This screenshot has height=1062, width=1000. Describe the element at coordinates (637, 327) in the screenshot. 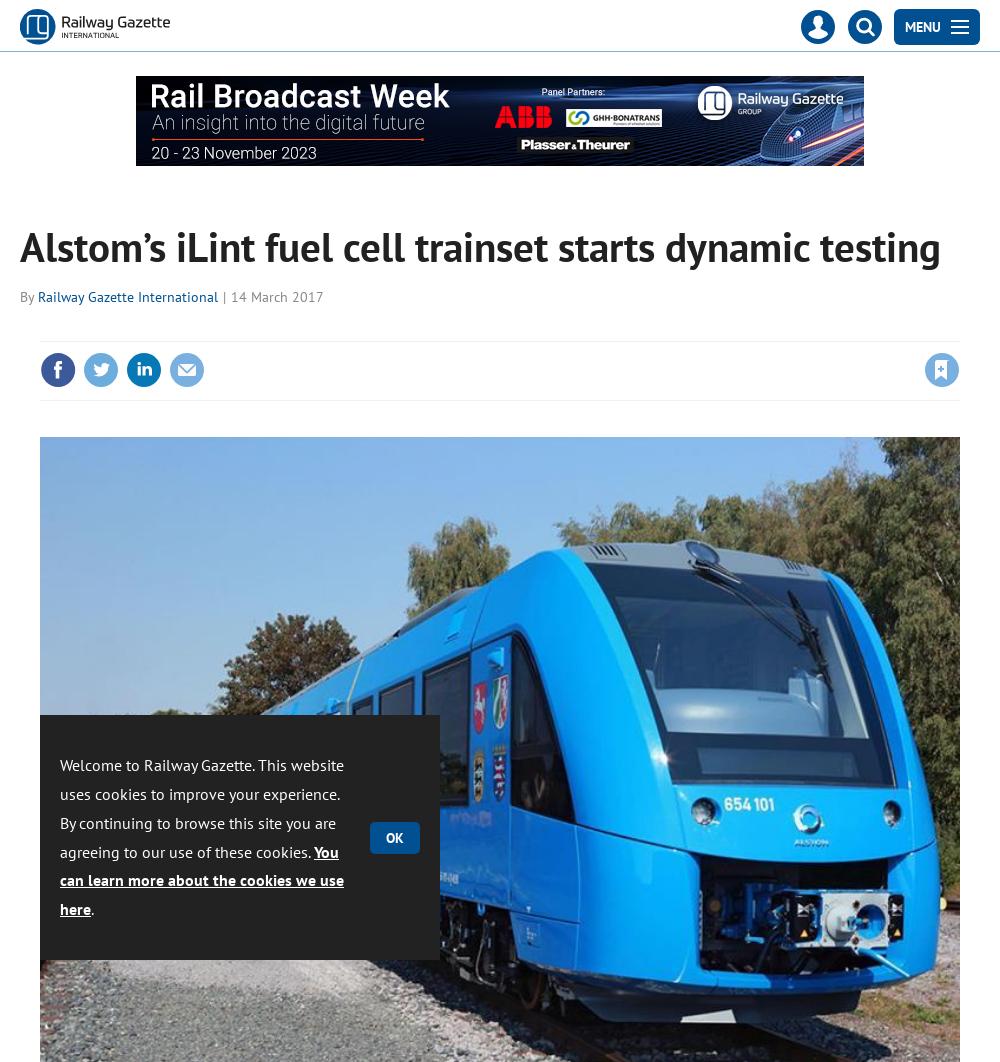

I see `'Please'` at that location.